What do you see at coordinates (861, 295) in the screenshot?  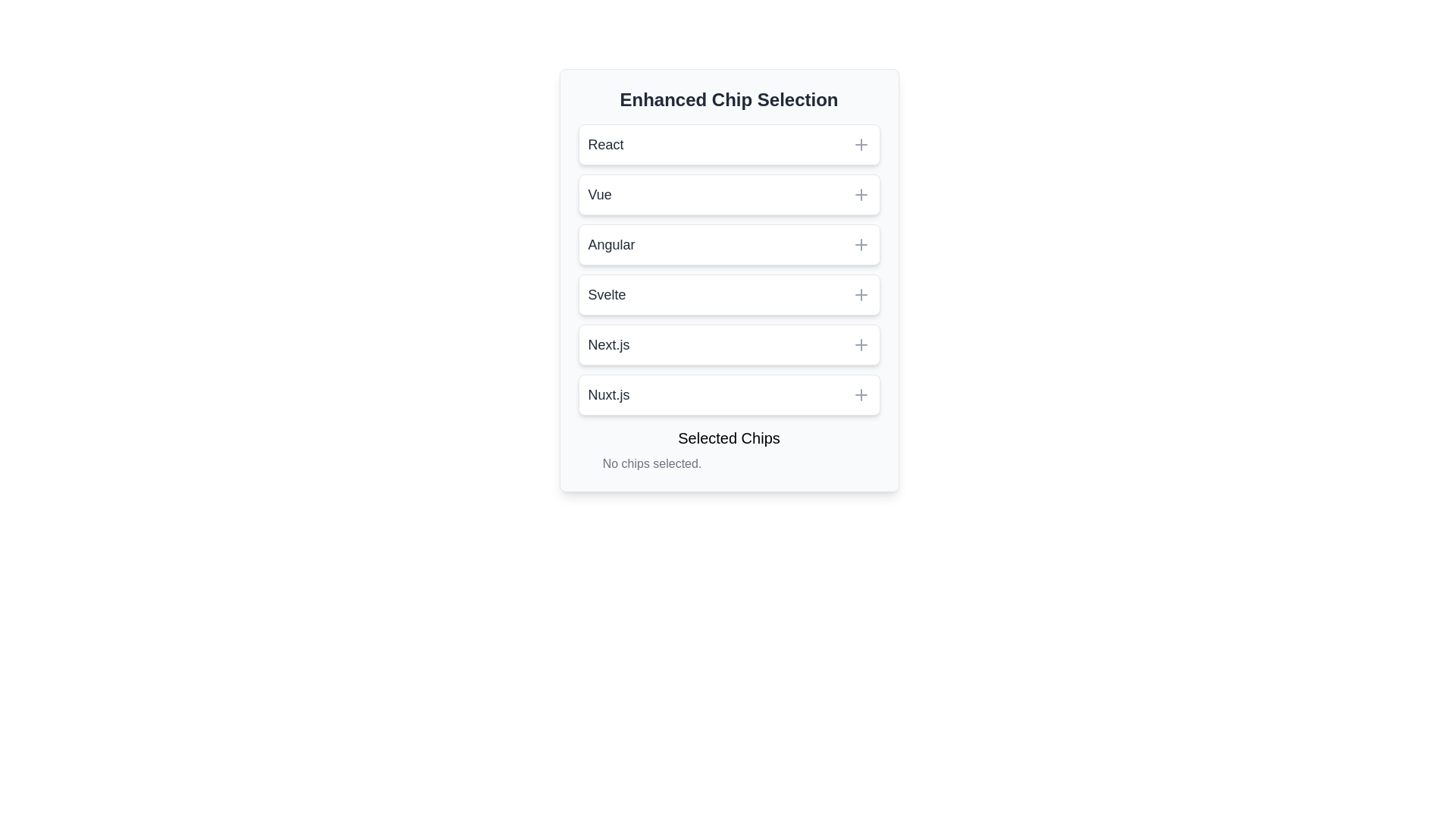 I see `the plus icon styled in a minimalistic SVG format, located within the 'Svelte' card under the 'Enhanced Chip Selection' section` at bounding box center [861, 295].